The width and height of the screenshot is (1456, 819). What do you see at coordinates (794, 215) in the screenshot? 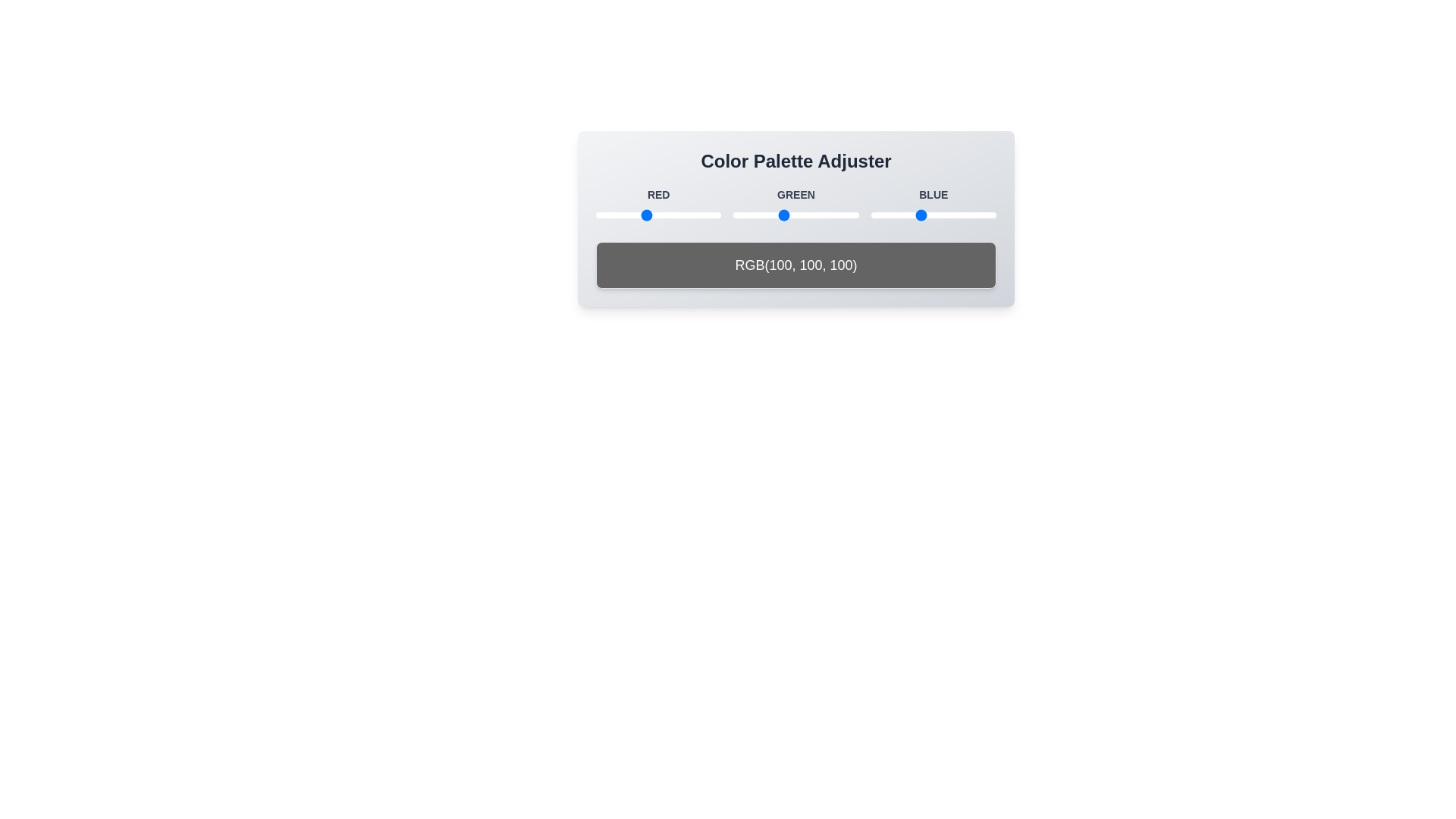
I see `the green color value to 125 by adjusting the slider` at bounding box center [794, 215].